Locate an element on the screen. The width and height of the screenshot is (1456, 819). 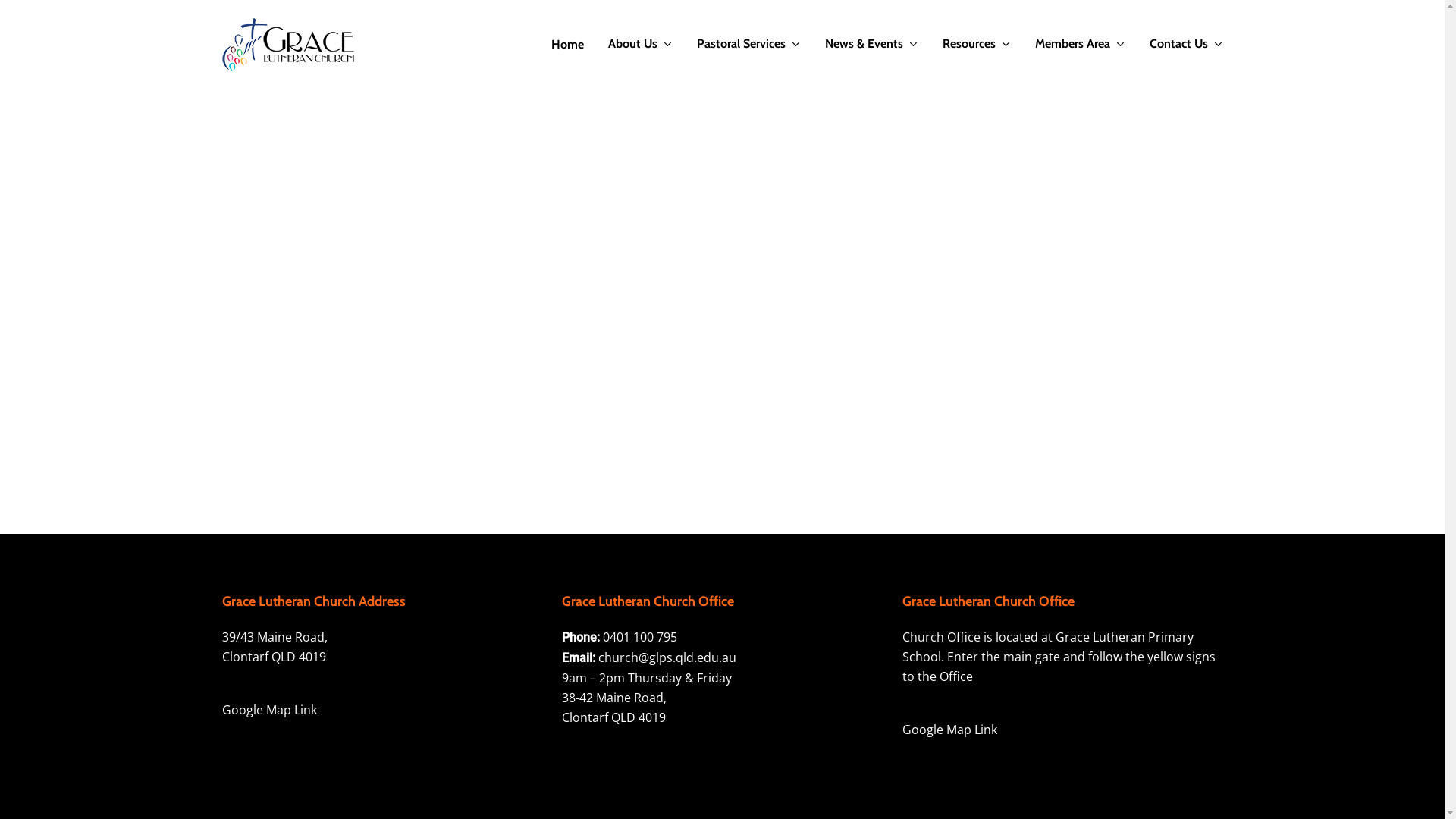
'News & Events' is located at coordinates (824, 43).